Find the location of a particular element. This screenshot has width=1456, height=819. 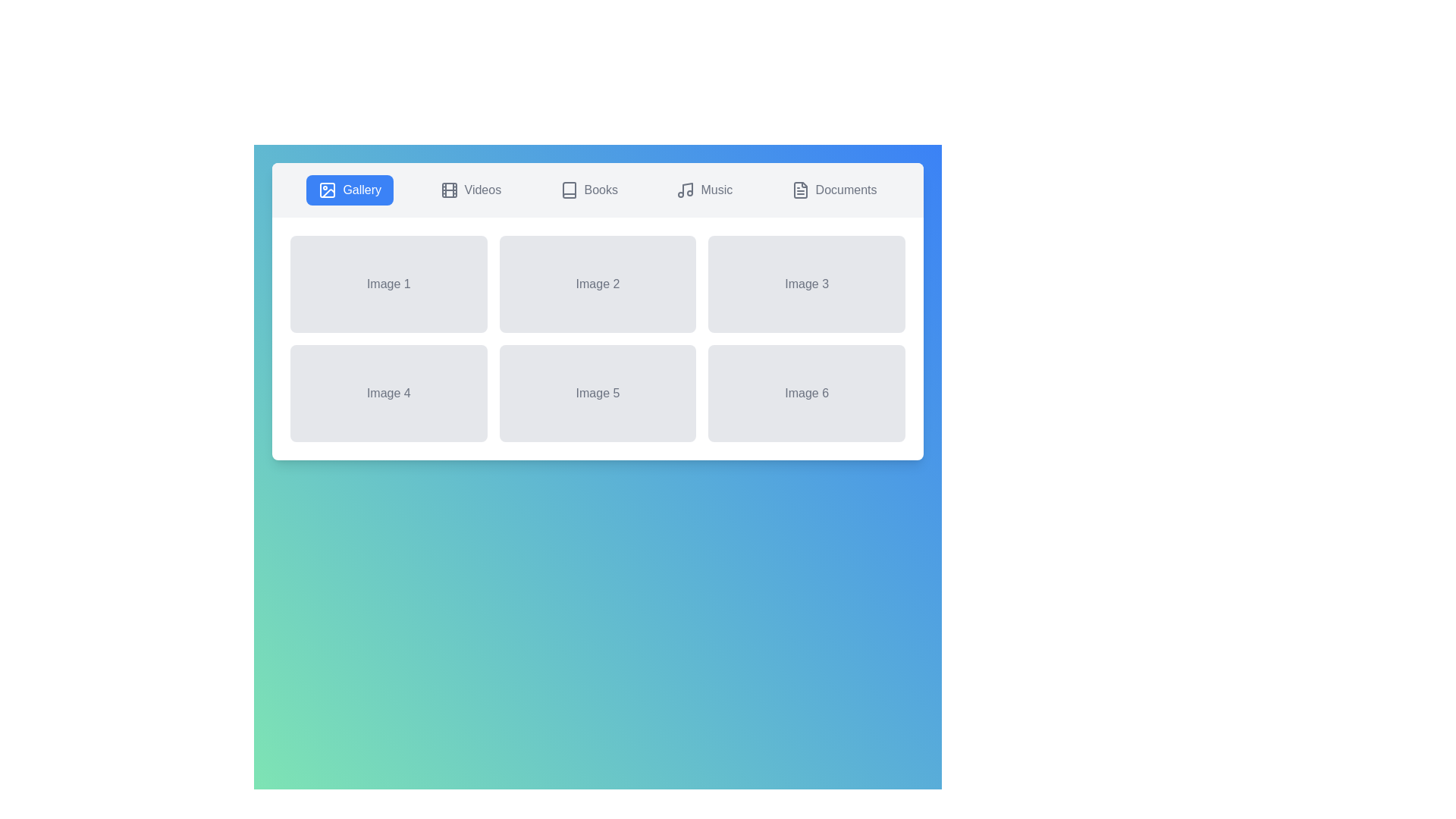

the card element that serves as a placeholder for 'Image 2', located in the upper row and middle column of a 3x2 grid layout is located at coordinates (597, 284).